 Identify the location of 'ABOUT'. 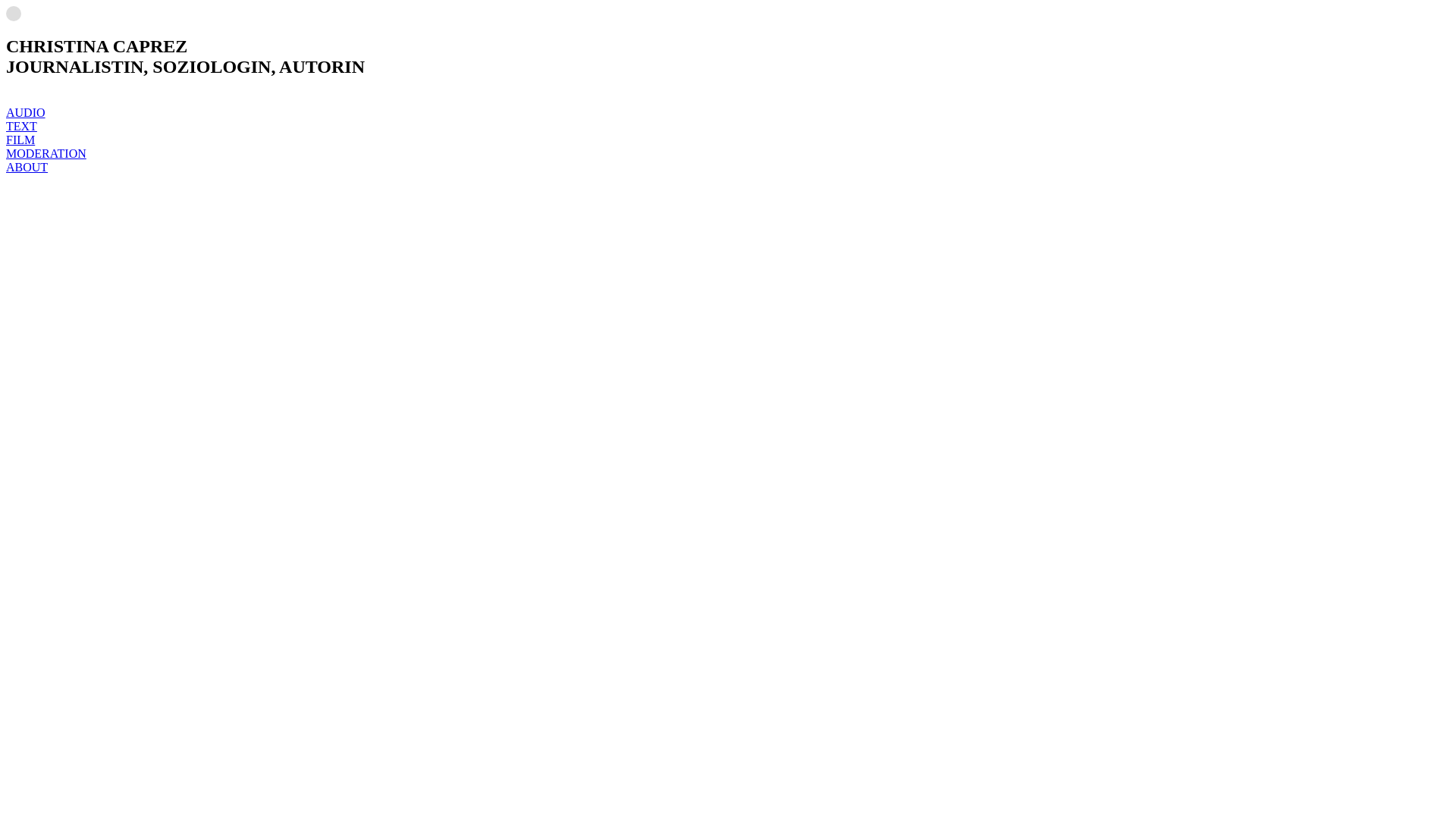
(6, 167).